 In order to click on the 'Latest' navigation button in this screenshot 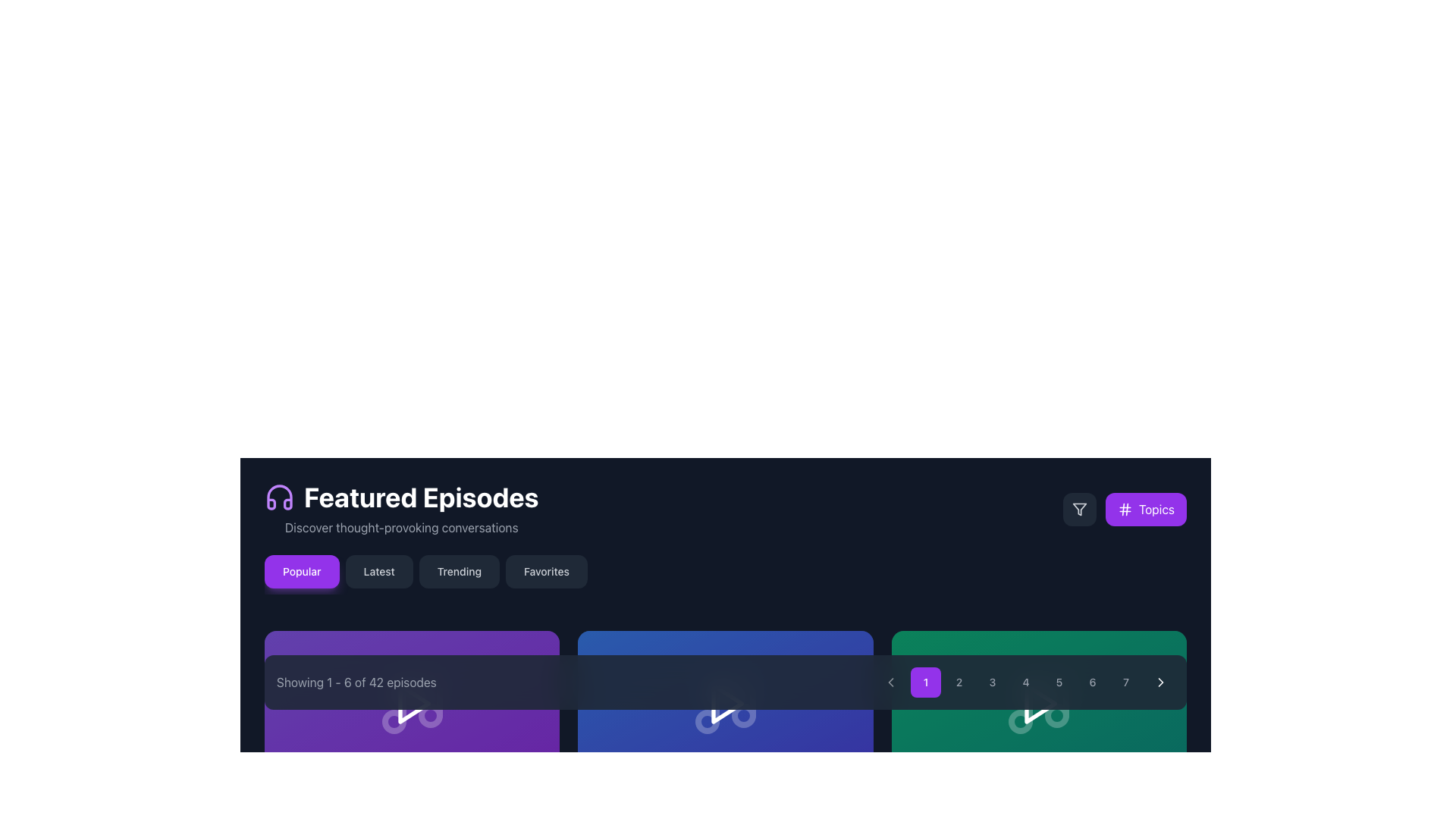, I will do `click(379, 571)`.